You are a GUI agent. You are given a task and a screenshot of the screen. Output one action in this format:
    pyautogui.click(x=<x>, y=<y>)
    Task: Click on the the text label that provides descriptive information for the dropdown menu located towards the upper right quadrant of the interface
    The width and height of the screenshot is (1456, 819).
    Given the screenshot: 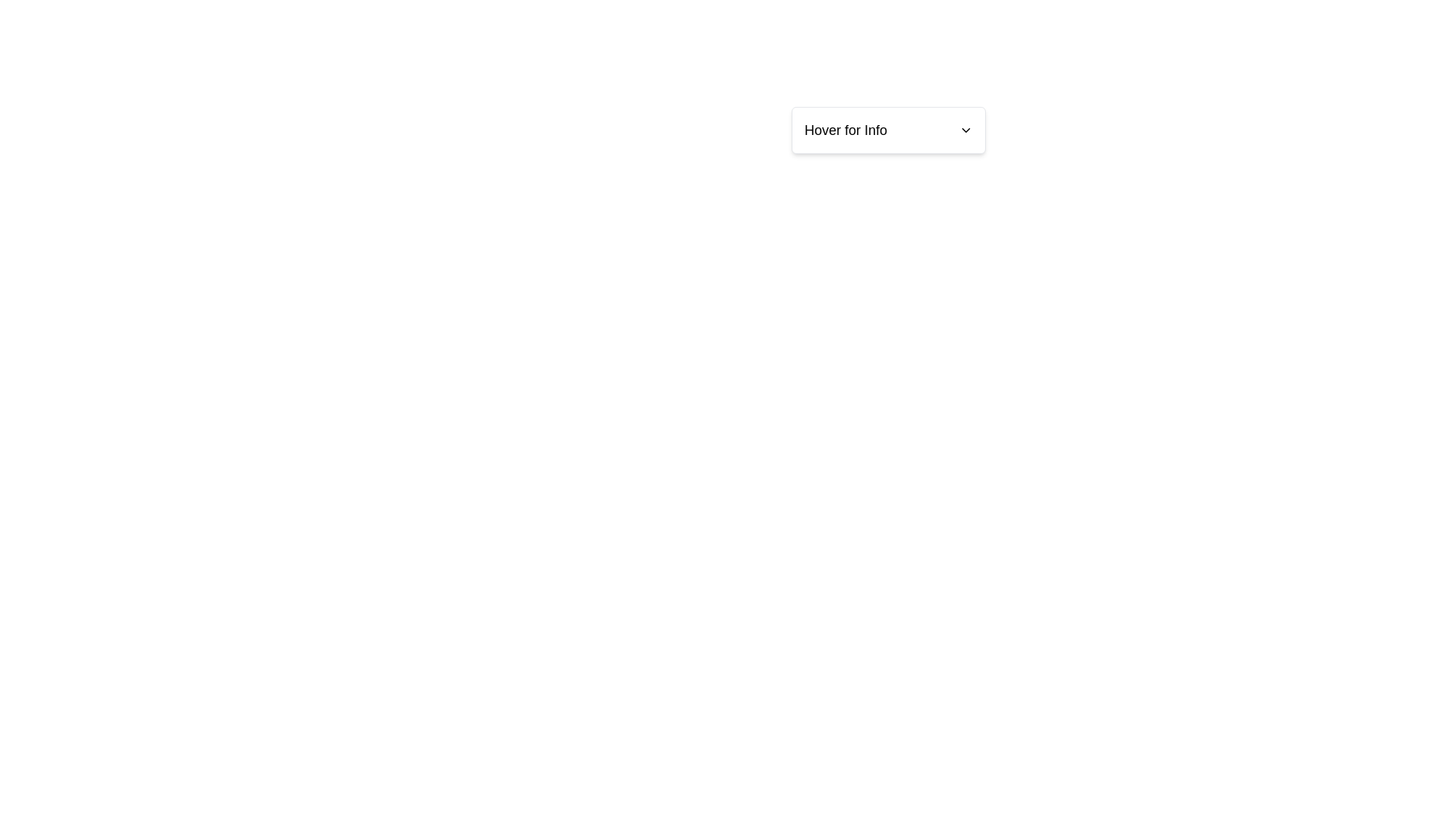 What is the action you would take?
    pyautogui.click(x=845, y=130)
    